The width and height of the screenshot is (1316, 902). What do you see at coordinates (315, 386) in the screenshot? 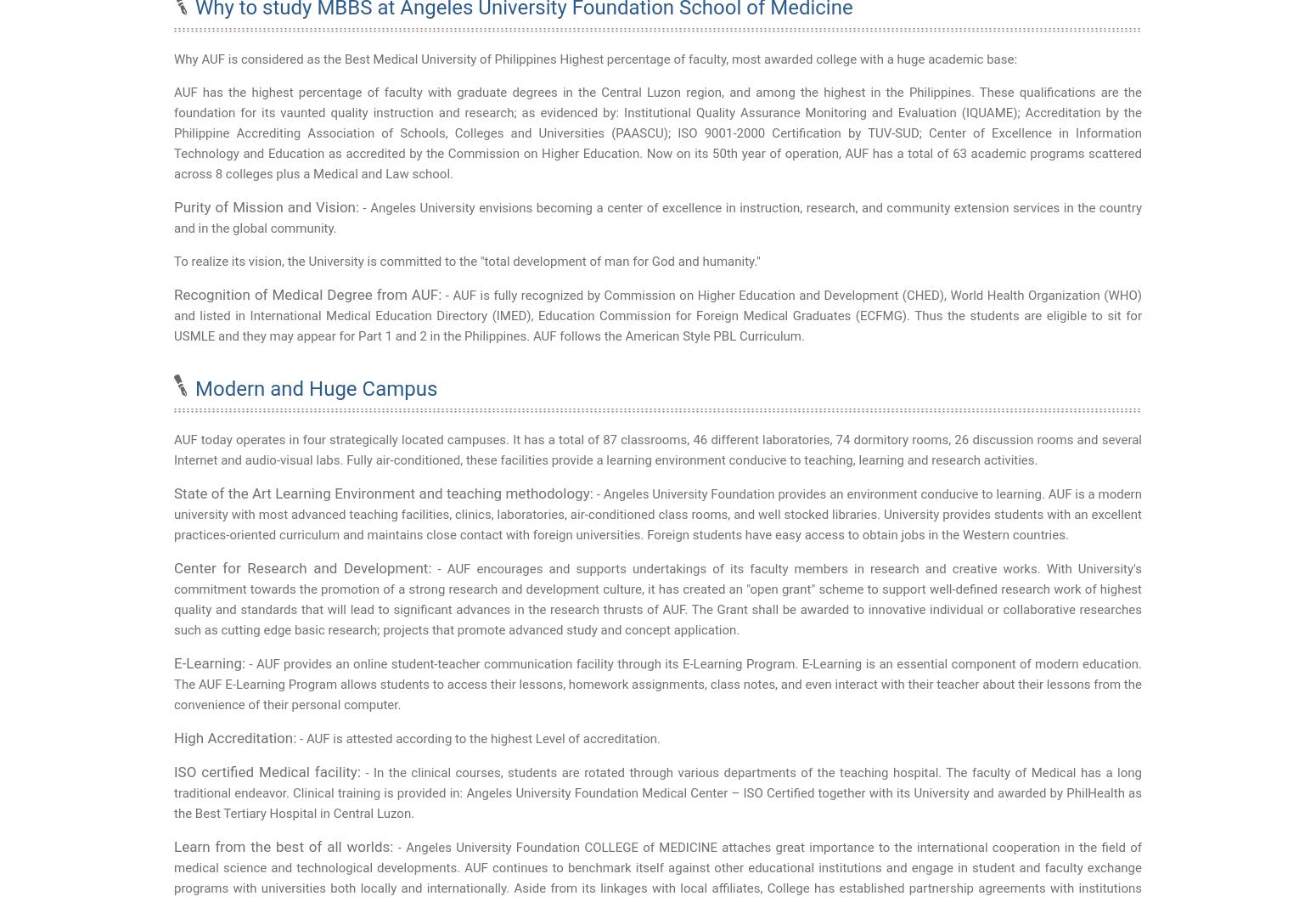
I see `'Modern and Huge Campus'` at bounding box center [315, 386].